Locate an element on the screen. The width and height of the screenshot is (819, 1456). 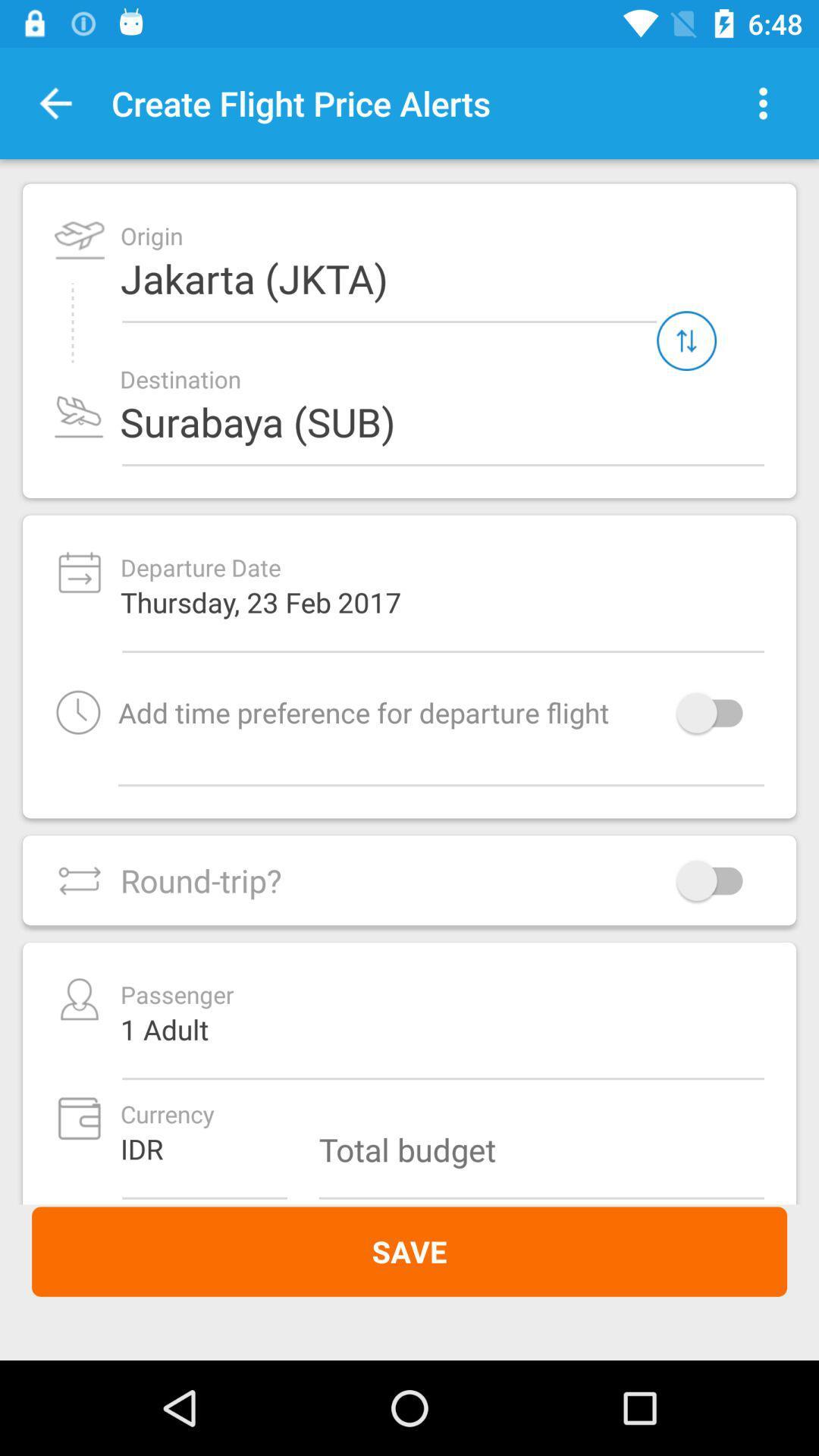
more options button is located at coordinates (763, 102).